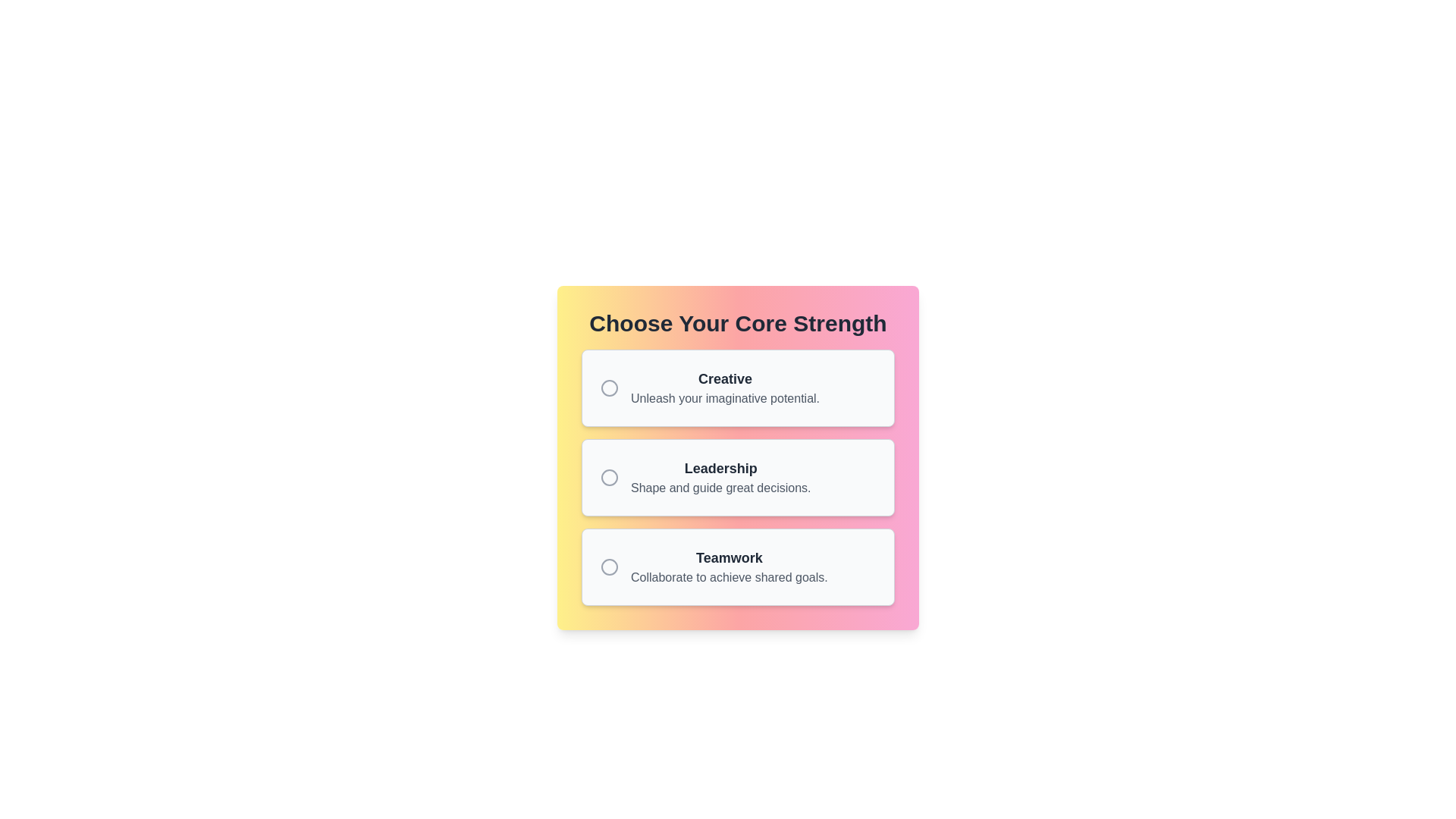  What do you see at coordinates (610, 388) in the screenshot?
I see `the first circular icon styled in gray, located to the left of the text 'Creative' within the selection box under 'Choose Your Core Strength'` at bounding box center [610, 388].